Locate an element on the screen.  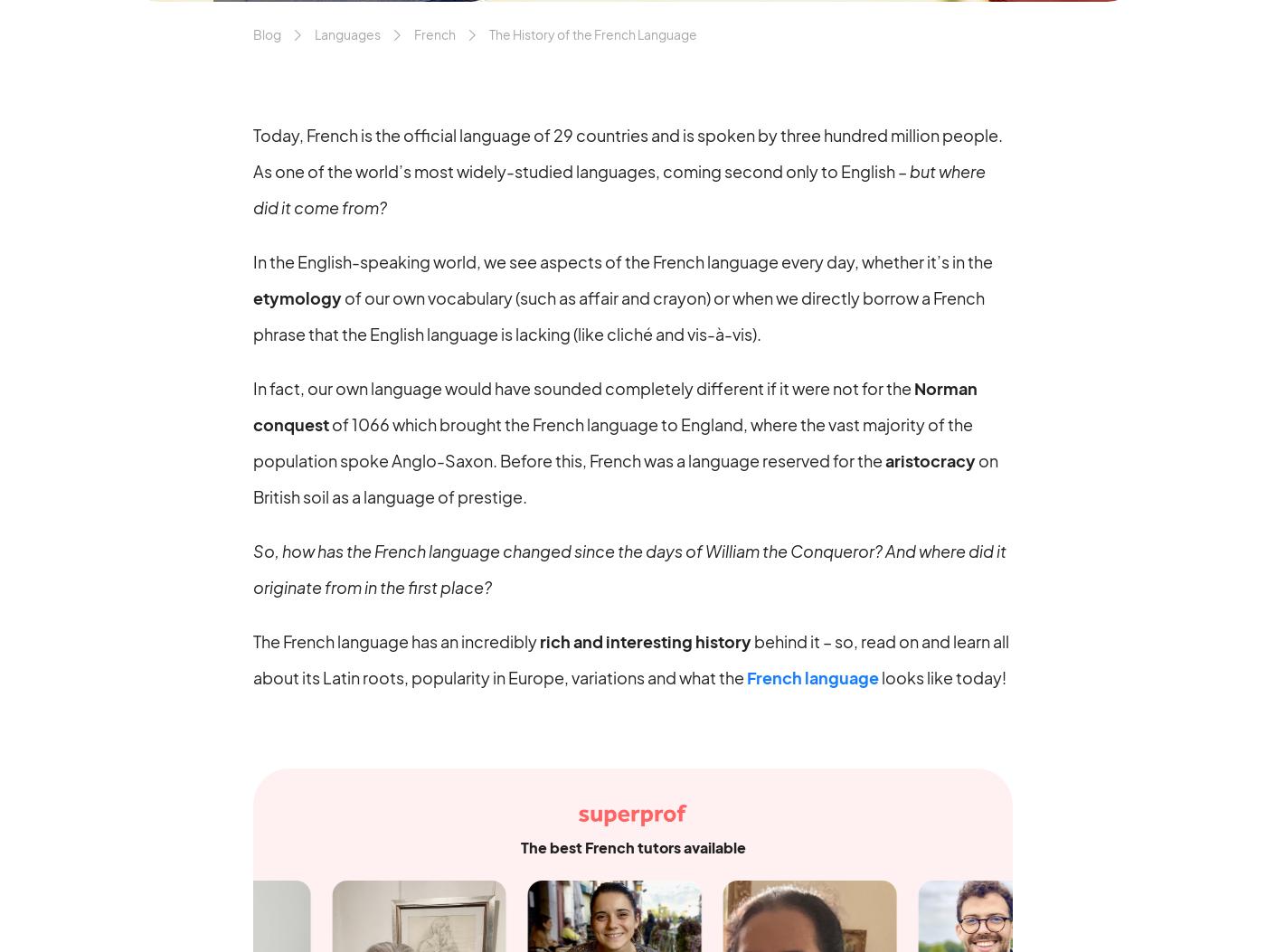
'The best French tutors available' is located at coordinates (632, 845).